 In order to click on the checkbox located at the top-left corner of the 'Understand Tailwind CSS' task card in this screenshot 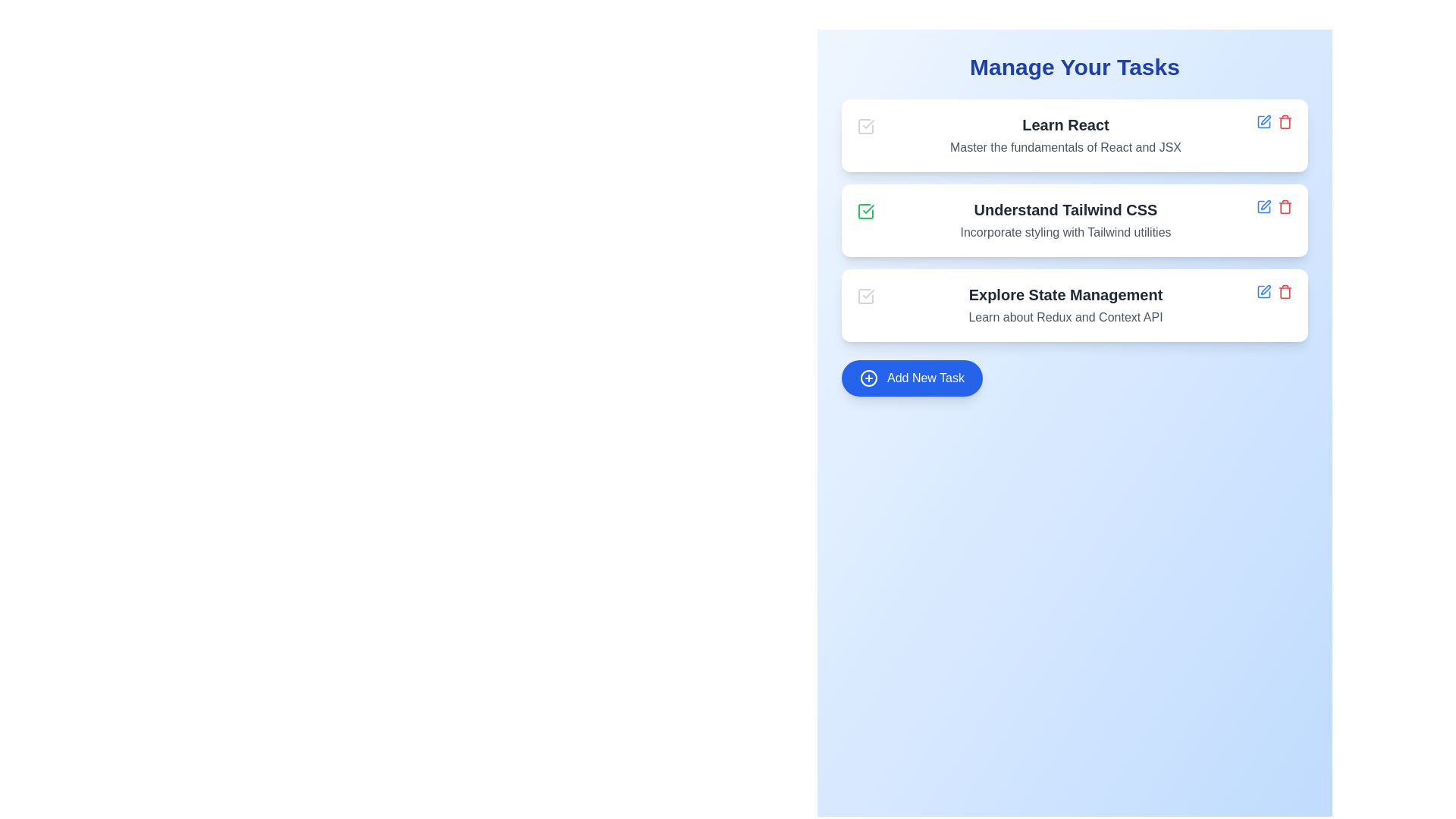, I will do `click(866, 211)`.